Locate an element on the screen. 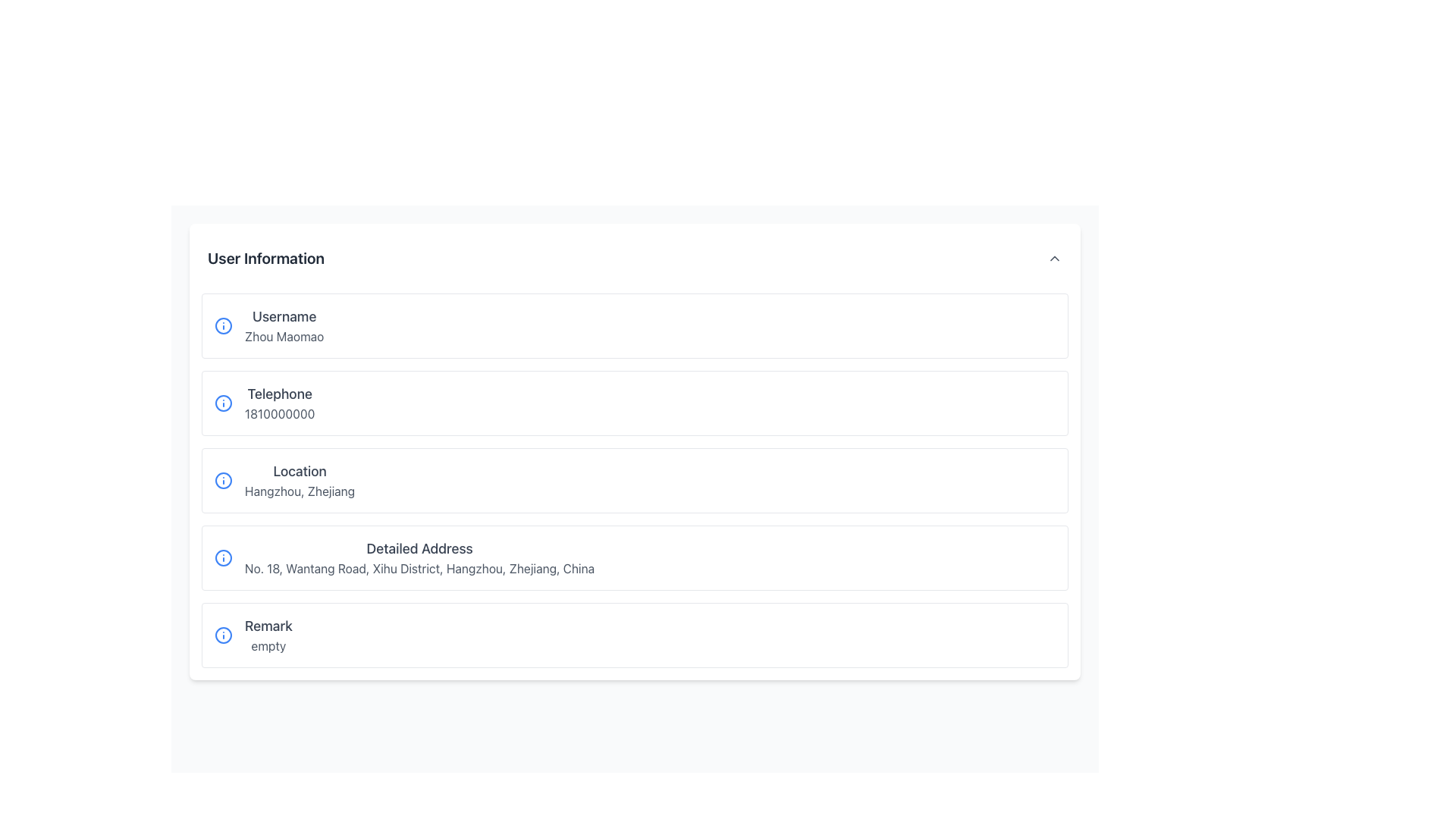  the Text Display element showing the address 'No. 18, Wantang Road, Xihu District, Hangzhou, Zhejiang, China' located under the 'Detailed Address' heading is located at coordinates (419, 568).